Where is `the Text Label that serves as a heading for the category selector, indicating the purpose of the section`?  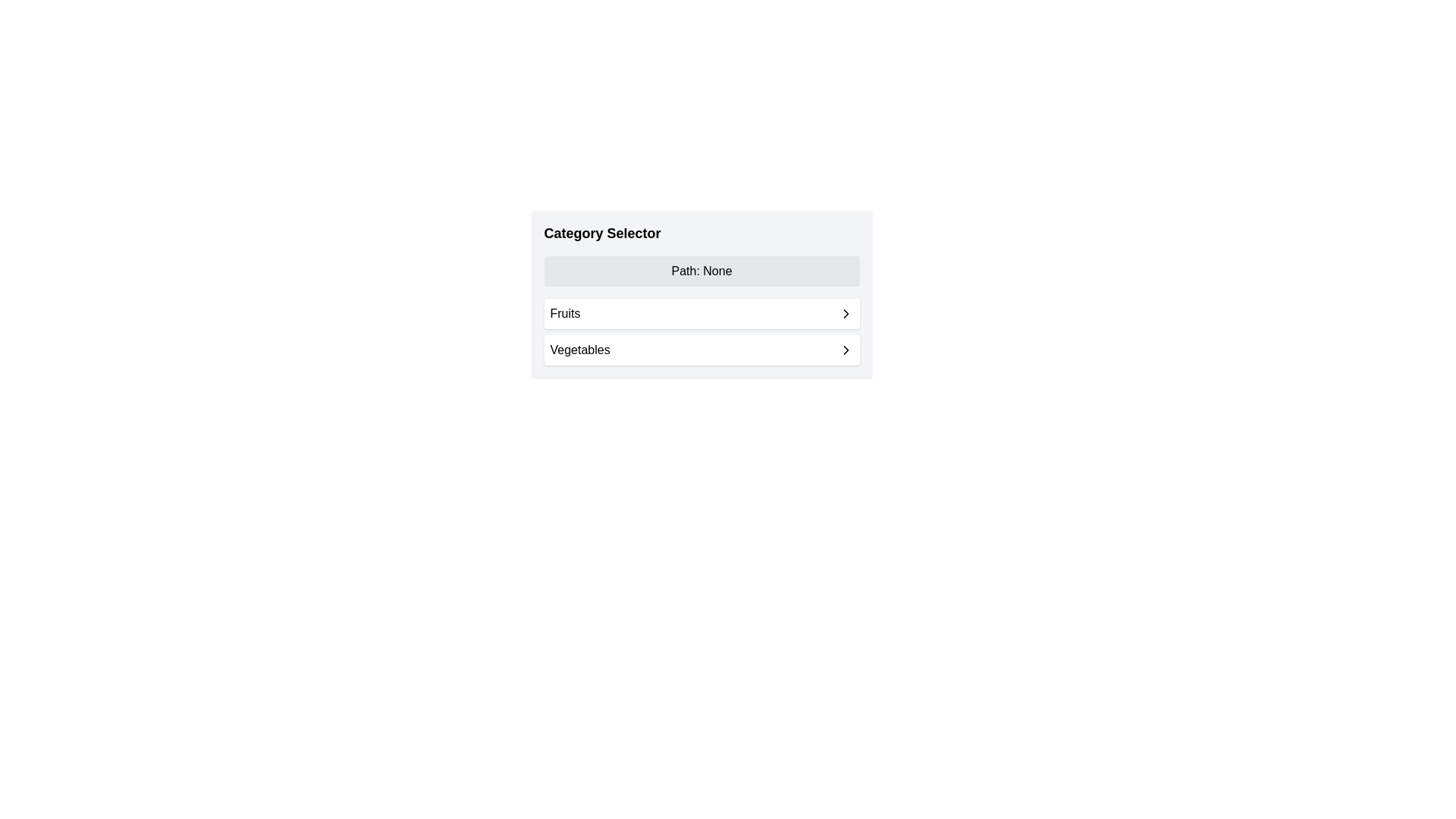 the Text Label that serves as a heading for the category selector, indicating the purpose of the section is located at coordinates (601, 234).